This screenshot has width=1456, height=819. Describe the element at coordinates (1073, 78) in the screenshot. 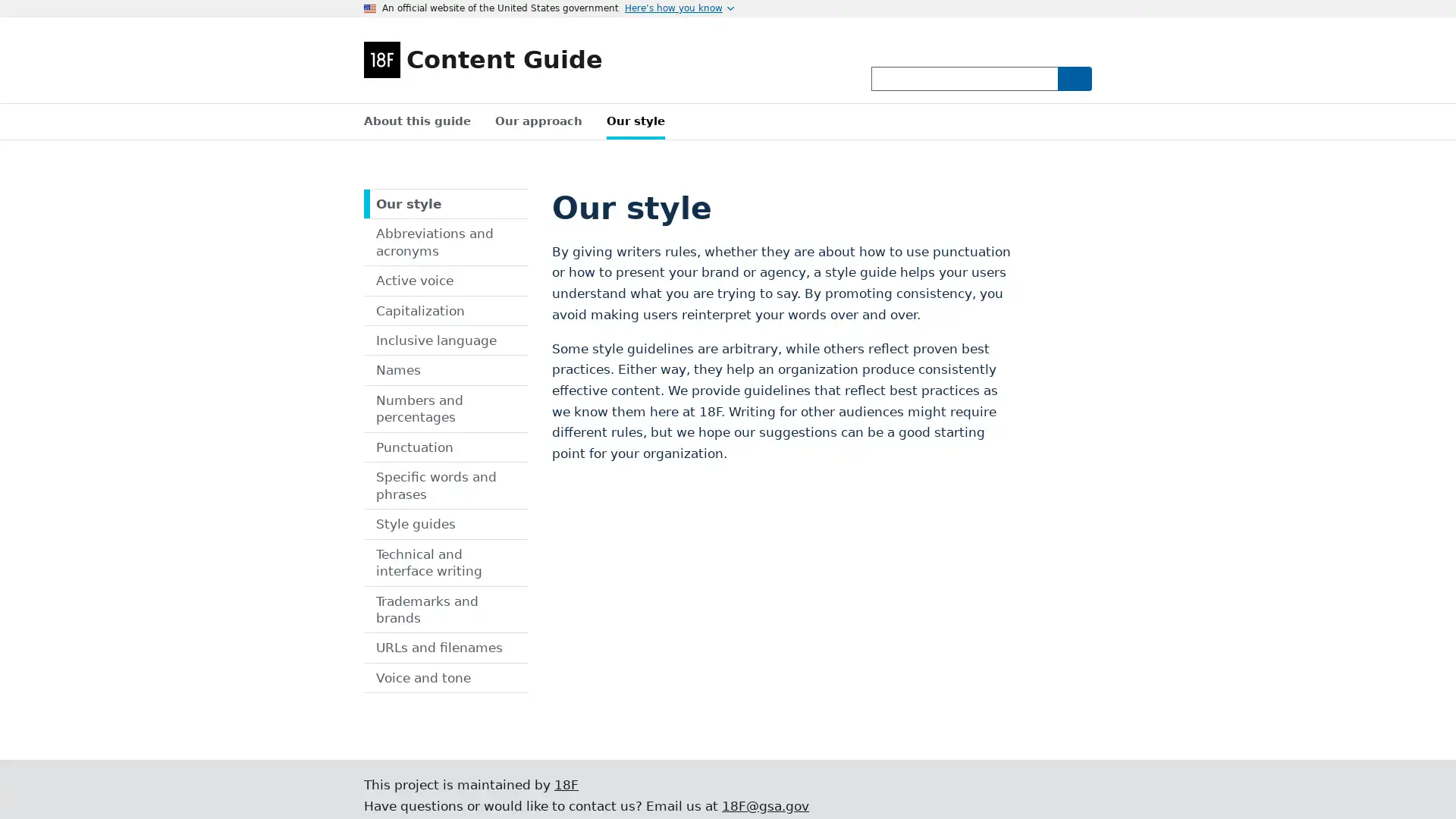

I see `Search` at that location.